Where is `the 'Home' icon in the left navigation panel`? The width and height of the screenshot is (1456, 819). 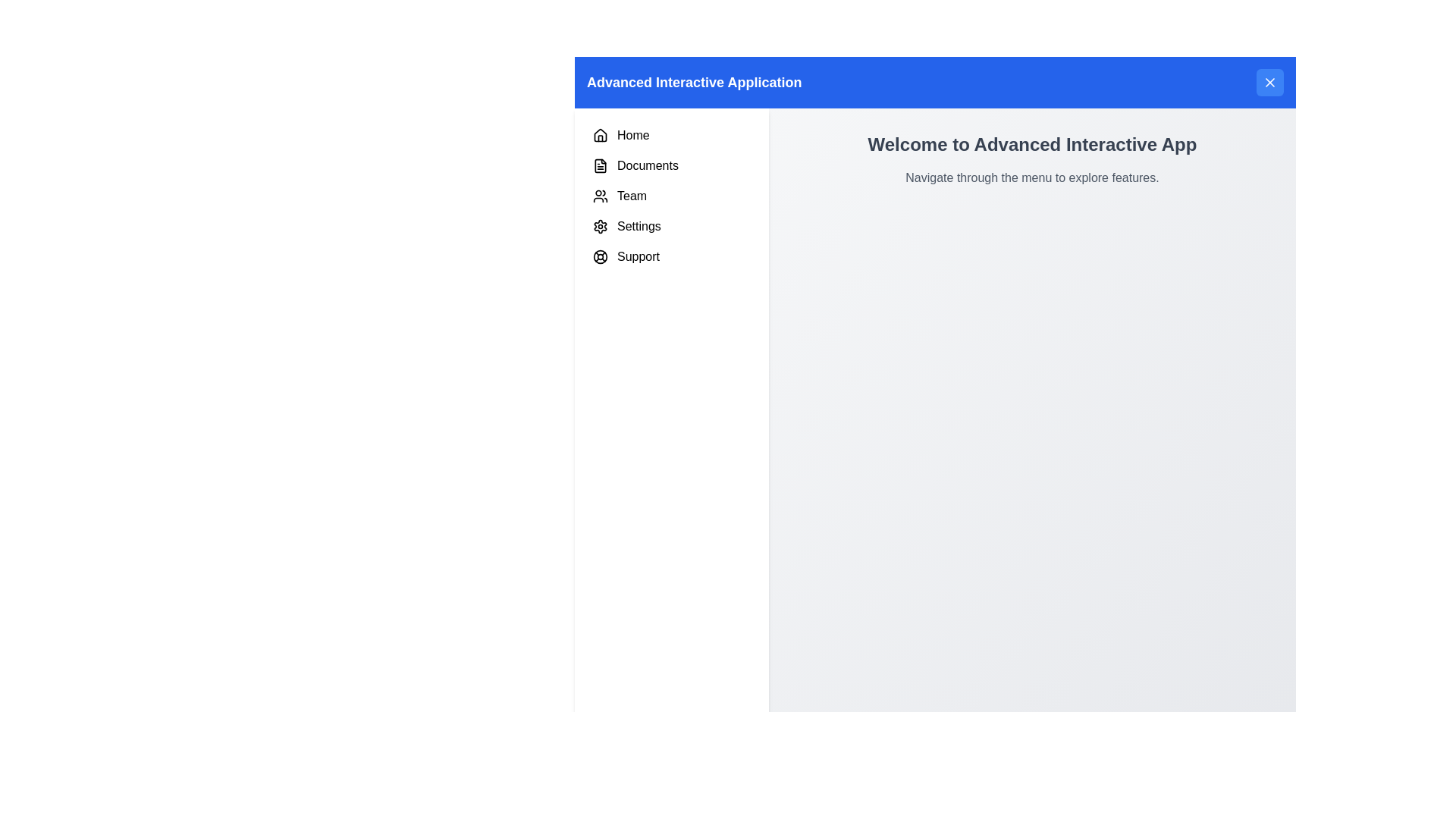
the 'Home' icon in the left navigation panel is located at coordinates (600, 133).